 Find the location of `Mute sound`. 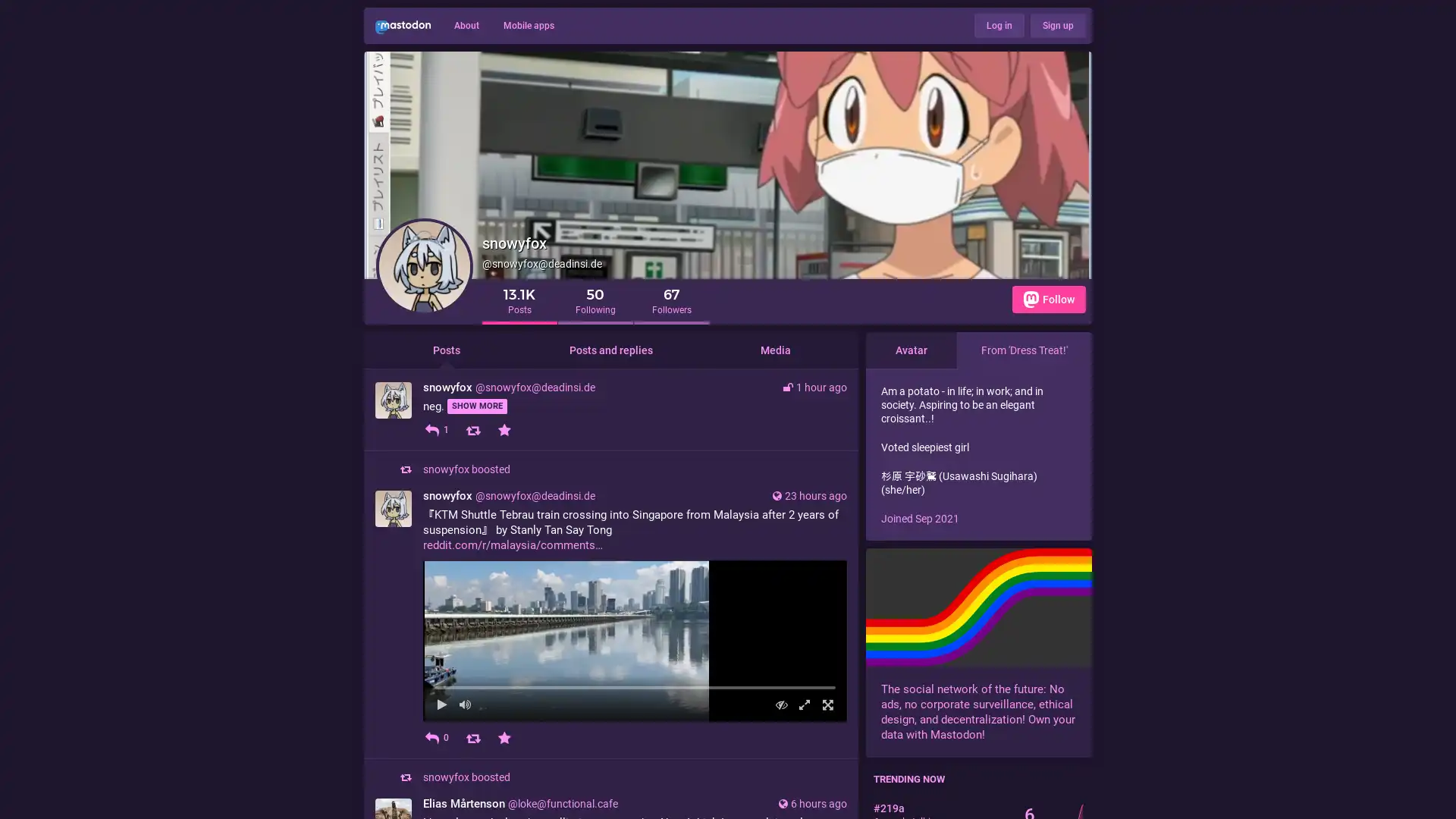

Mute sound is located at coordinates (464, 781).